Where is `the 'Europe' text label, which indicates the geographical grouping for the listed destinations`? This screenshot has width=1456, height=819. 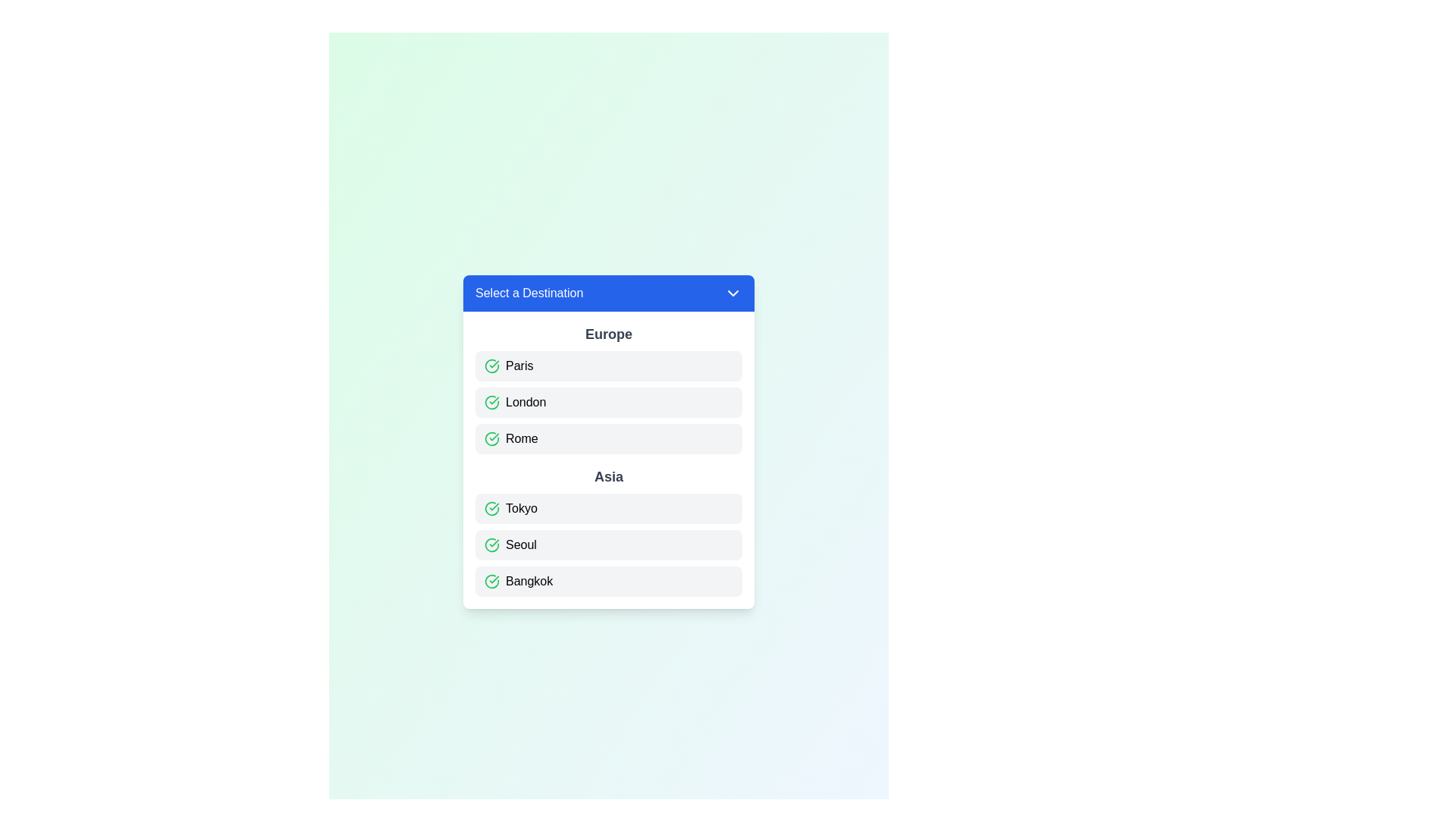 the 'Europe' text label, which indicates the geographical grouping for the listed destinations is located at coordinates (608, 333).